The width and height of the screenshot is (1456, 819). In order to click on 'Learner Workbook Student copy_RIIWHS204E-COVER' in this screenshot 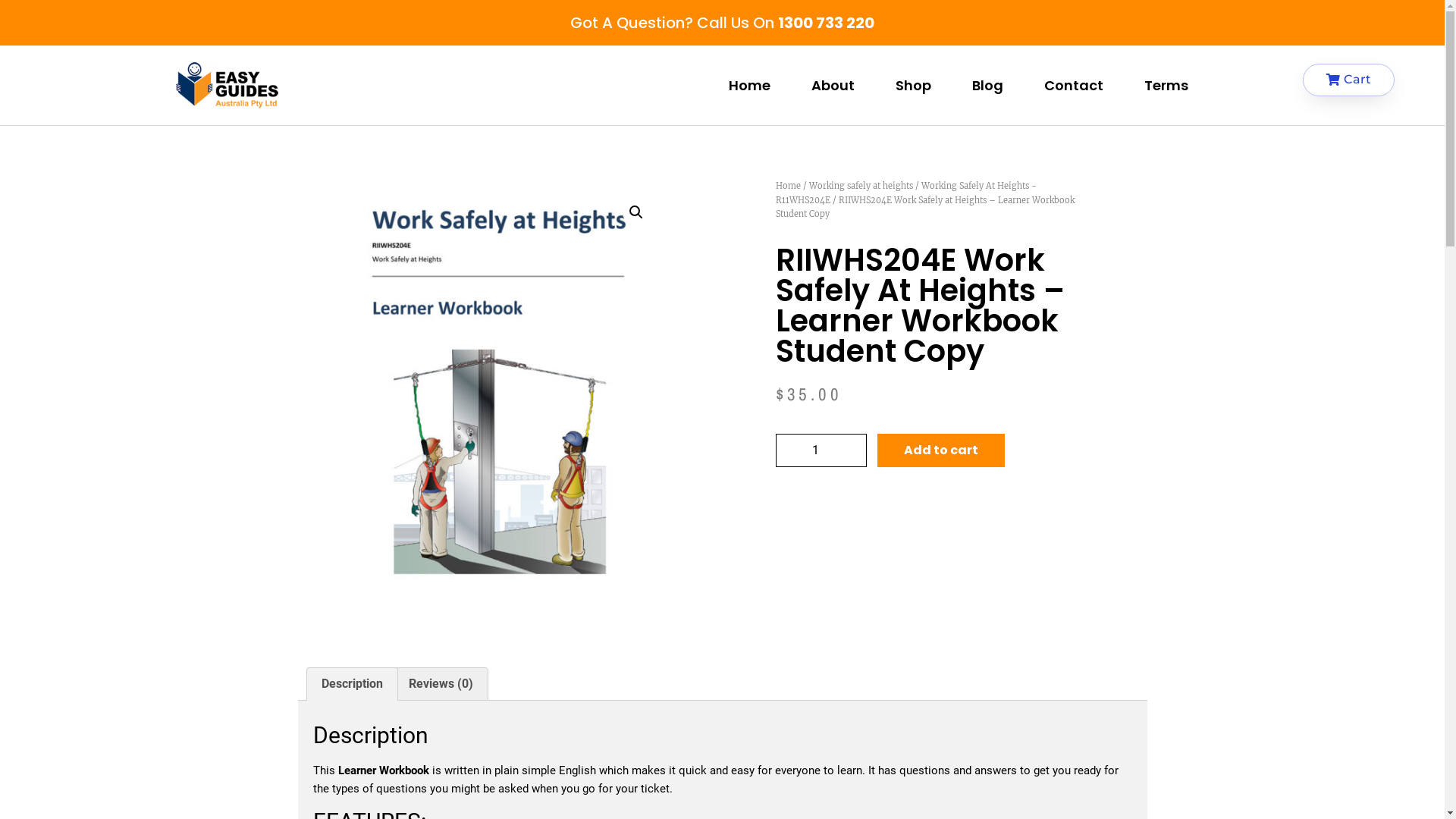, I will do `click(506, 403)`.